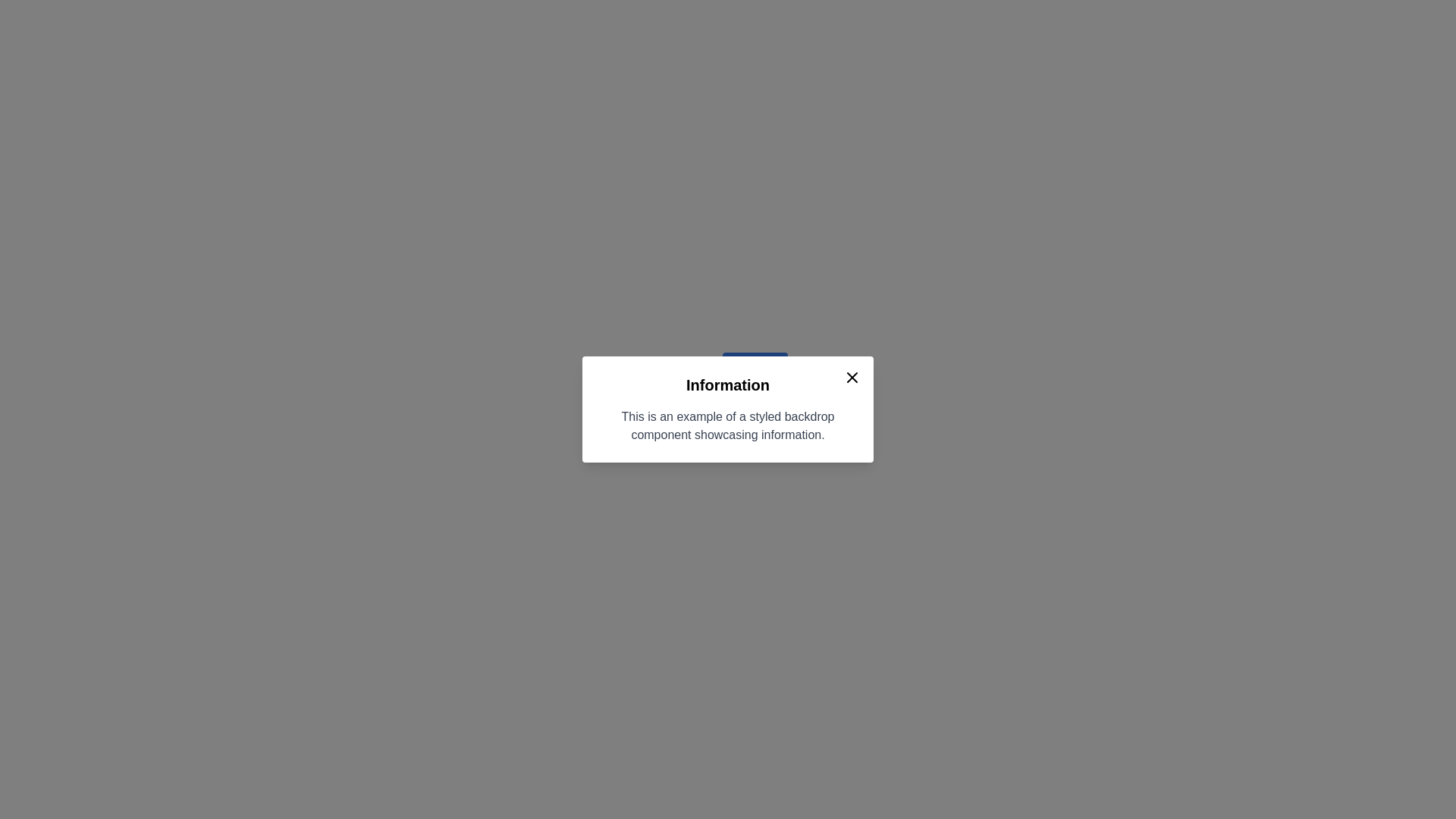 The height and width of the screenshot is (819, 1456). What do you see at coordinates (728, 426) in the screenshot?
I see `the Text Display element that provides descriptive information regarding the styled backdrop component, located beneath the 'Information' title` at bounding box center [728, 426].